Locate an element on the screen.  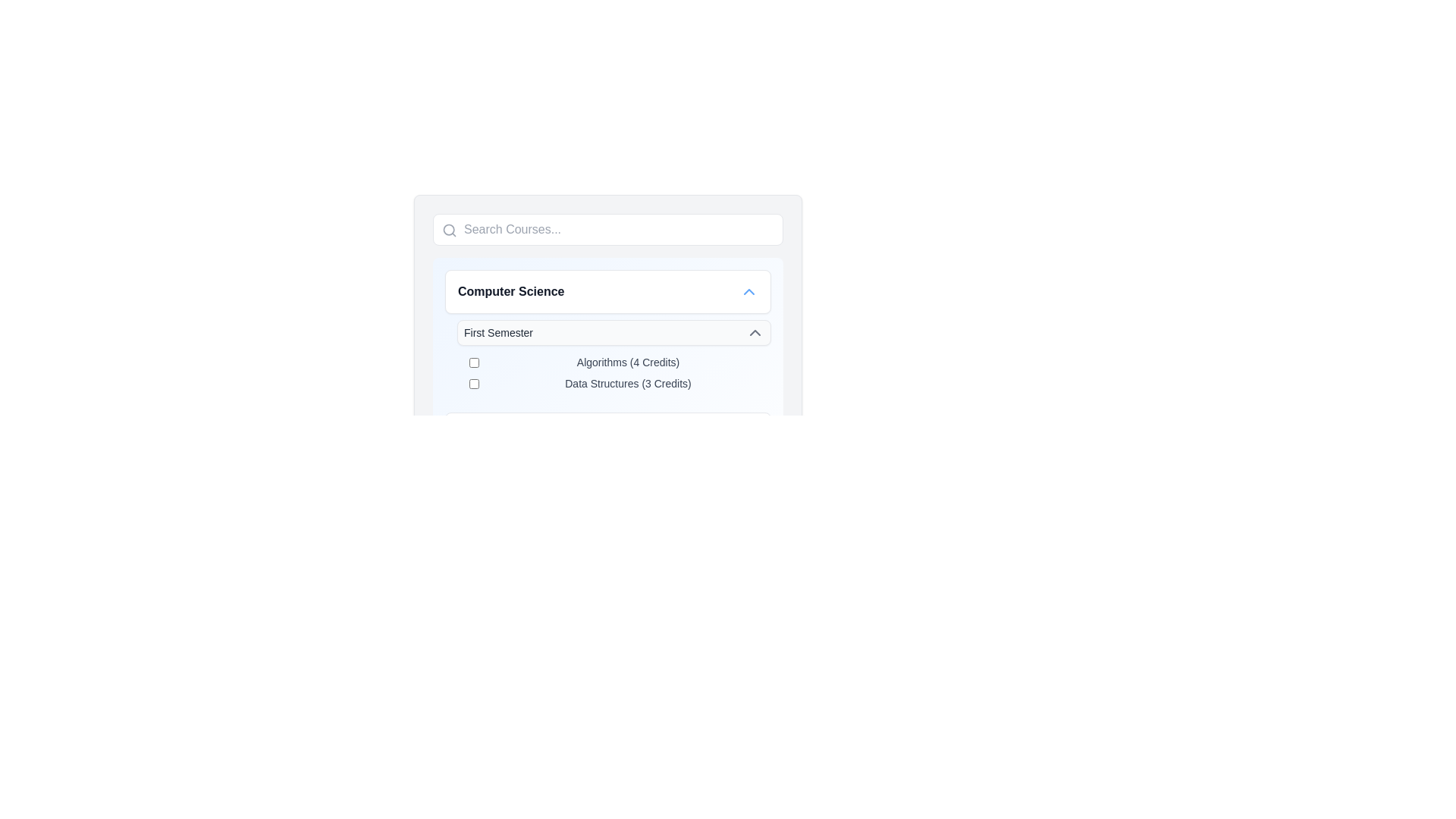
the text label that describes the checkbox for selecting the course in the 'First Semester' section of the 'Computer Science' category is located at coordinates (628, 362).